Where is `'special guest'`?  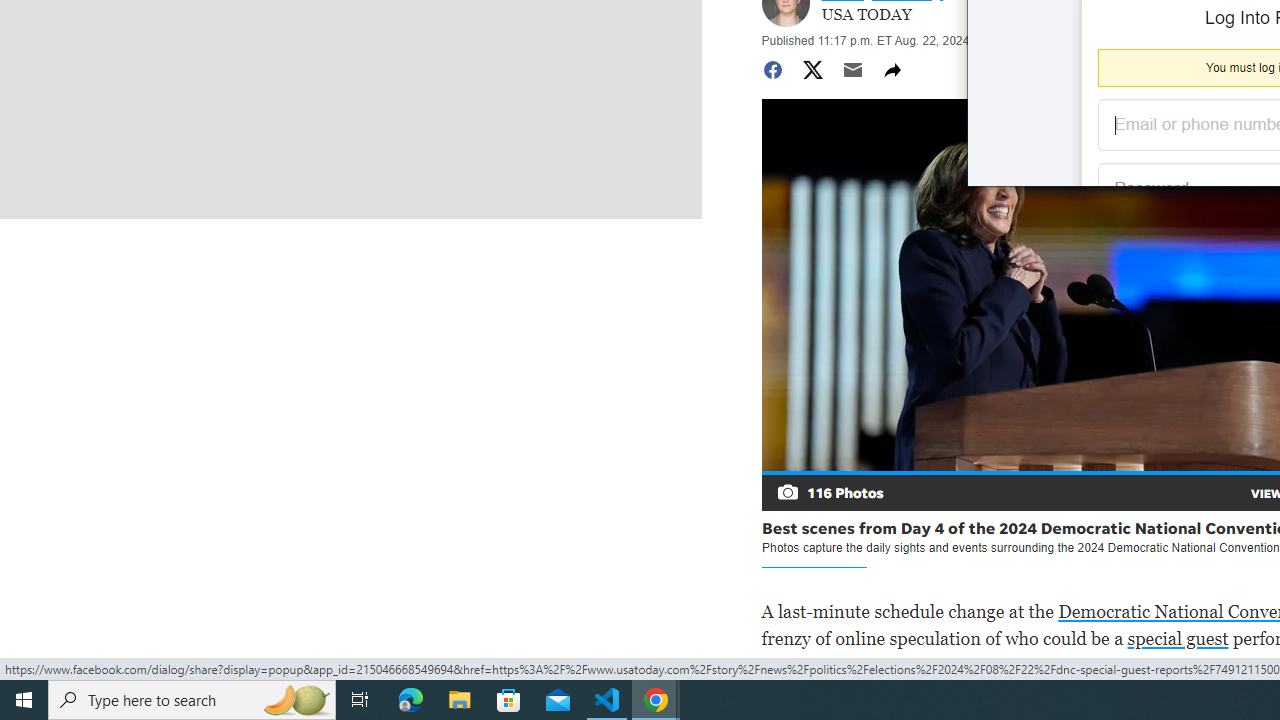
'special guest' is located at coordinates (1177, 638).